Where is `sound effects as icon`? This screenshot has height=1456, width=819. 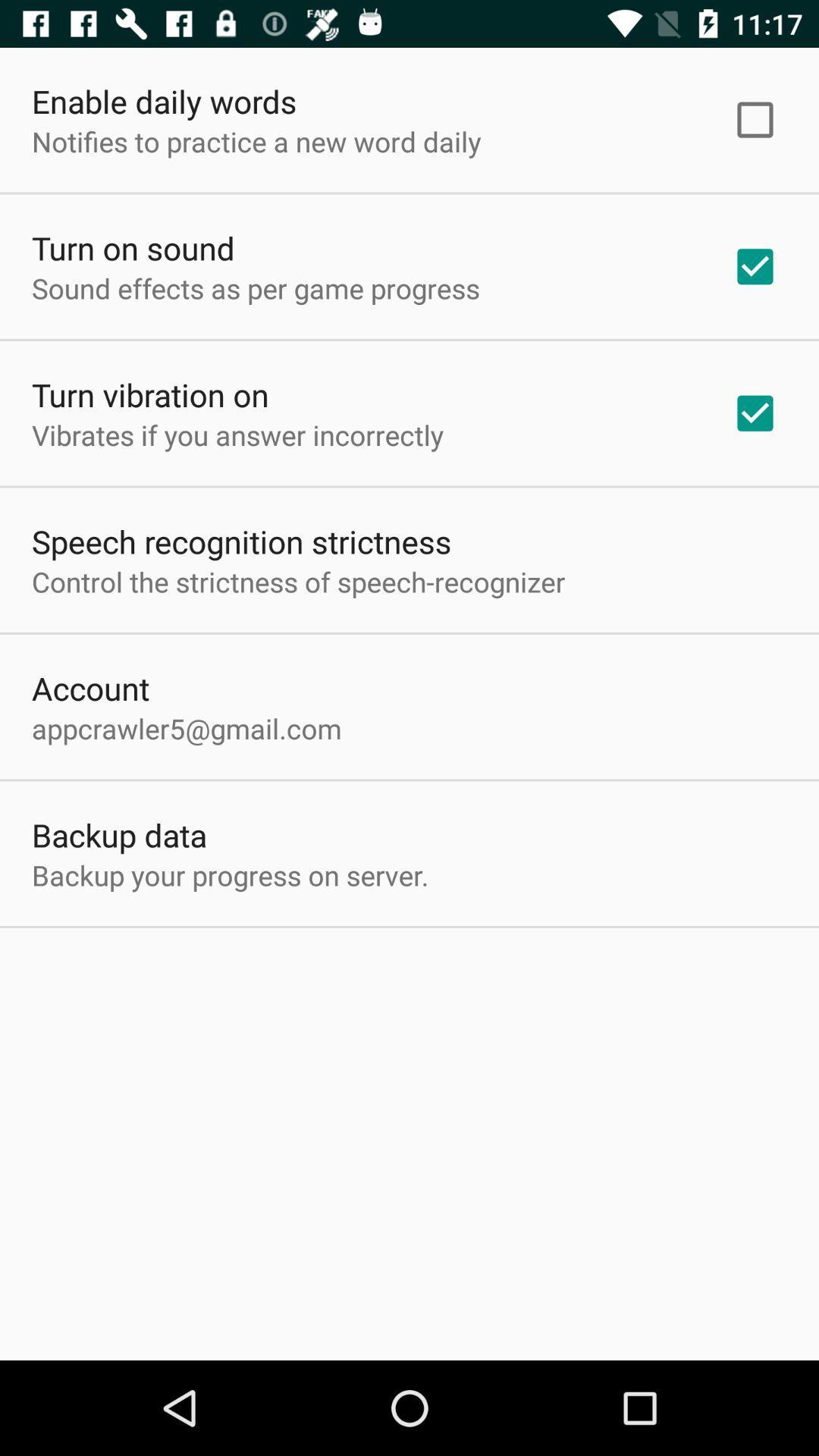
sound effects as icon is located at coordinates (255, 288).